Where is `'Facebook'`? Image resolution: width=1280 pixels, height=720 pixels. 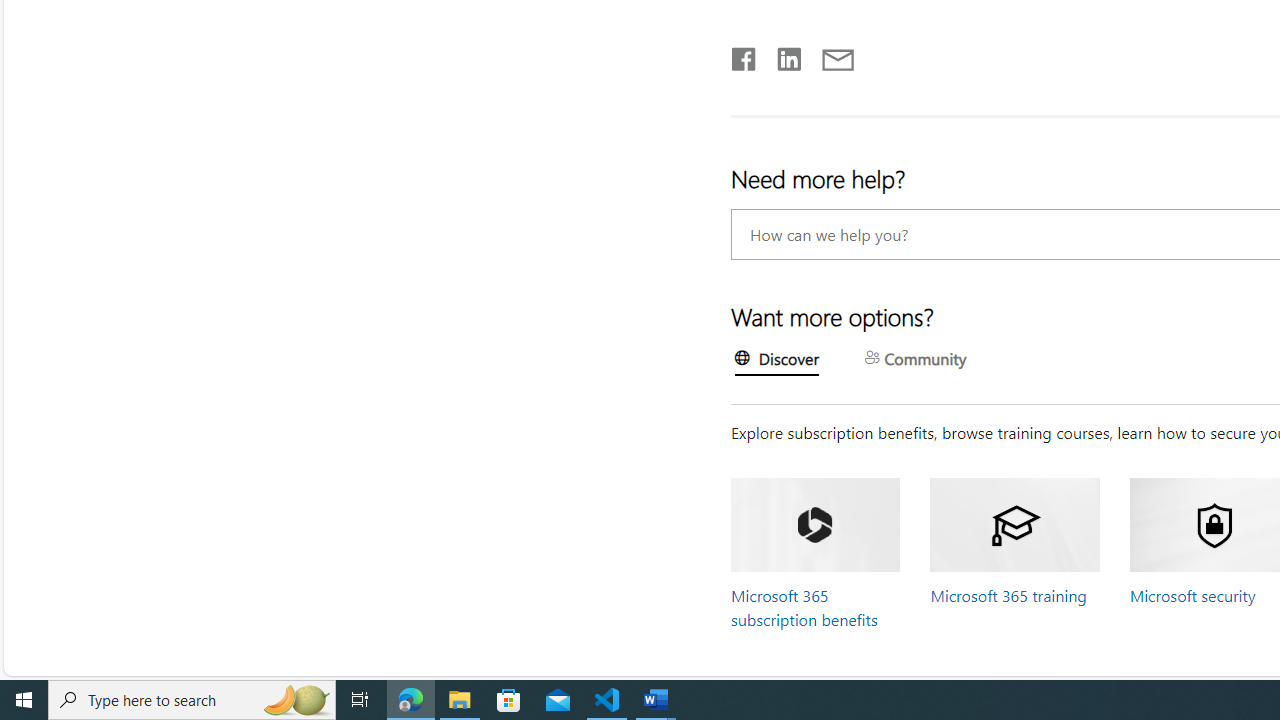
'Facebook' is located at coordinates (742, 54).